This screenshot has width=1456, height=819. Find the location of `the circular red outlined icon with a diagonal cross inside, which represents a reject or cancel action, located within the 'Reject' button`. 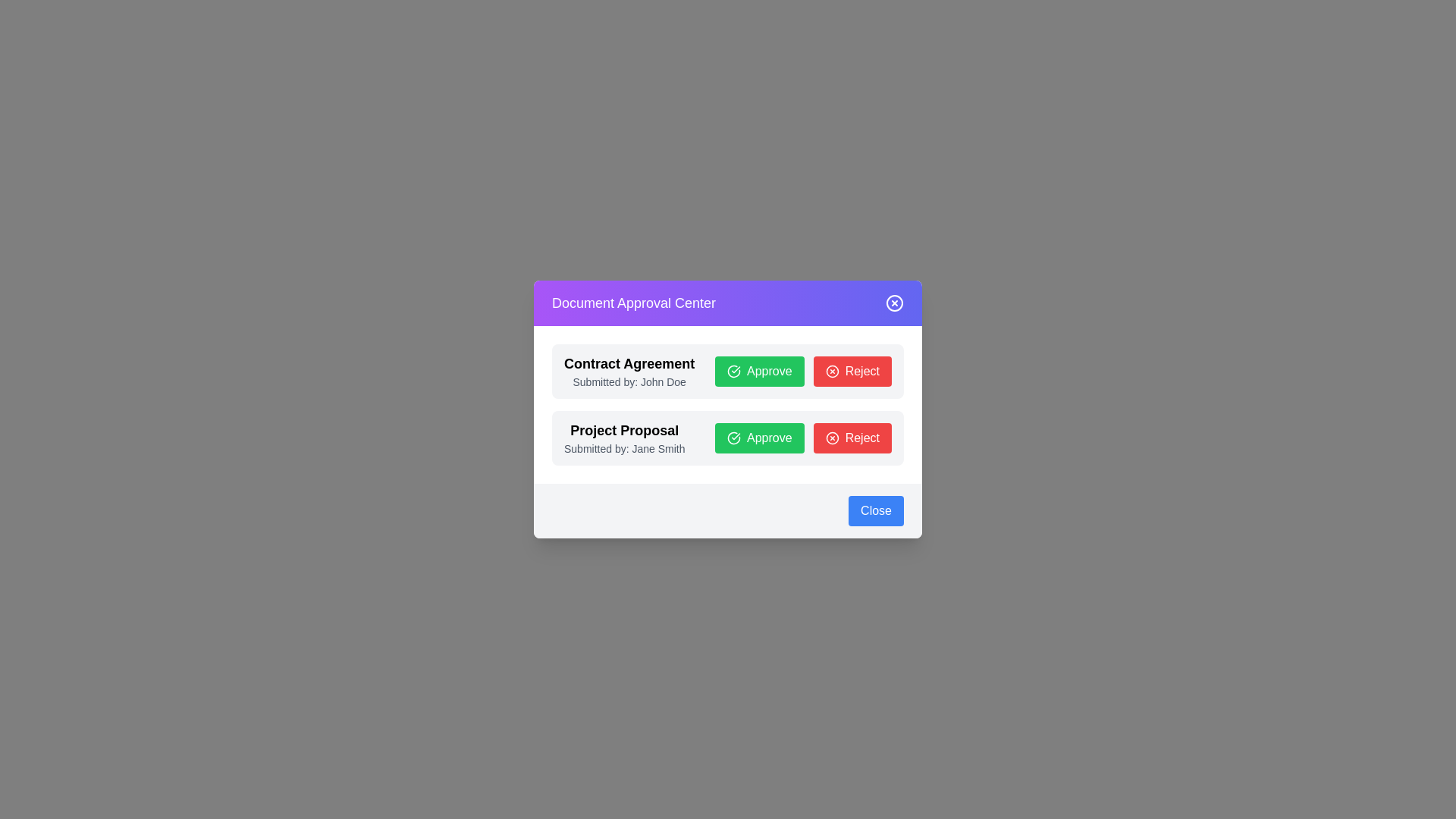

the circular red outlined icon with a diagonal cross inside, which represents a reject or cancel action, located within the 'Reject' button is located at coordinates (831, 371).